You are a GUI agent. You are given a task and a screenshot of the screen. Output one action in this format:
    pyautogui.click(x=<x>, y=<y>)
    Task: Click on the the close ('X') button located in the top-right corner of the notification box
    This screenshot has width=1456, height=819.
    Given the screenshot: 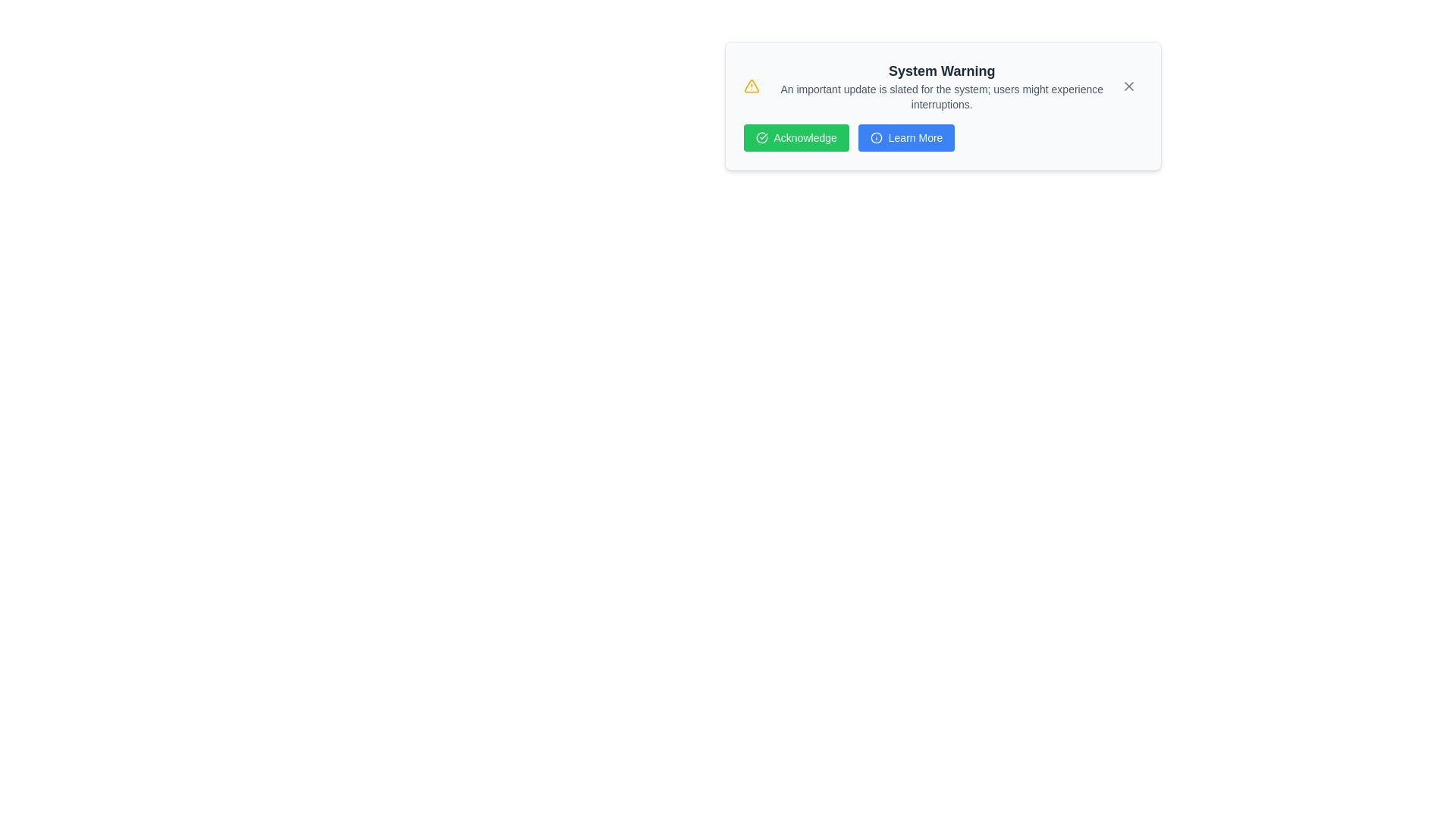 What is the action you would take?
    pyautogui.click(x=1128, y=86)
    